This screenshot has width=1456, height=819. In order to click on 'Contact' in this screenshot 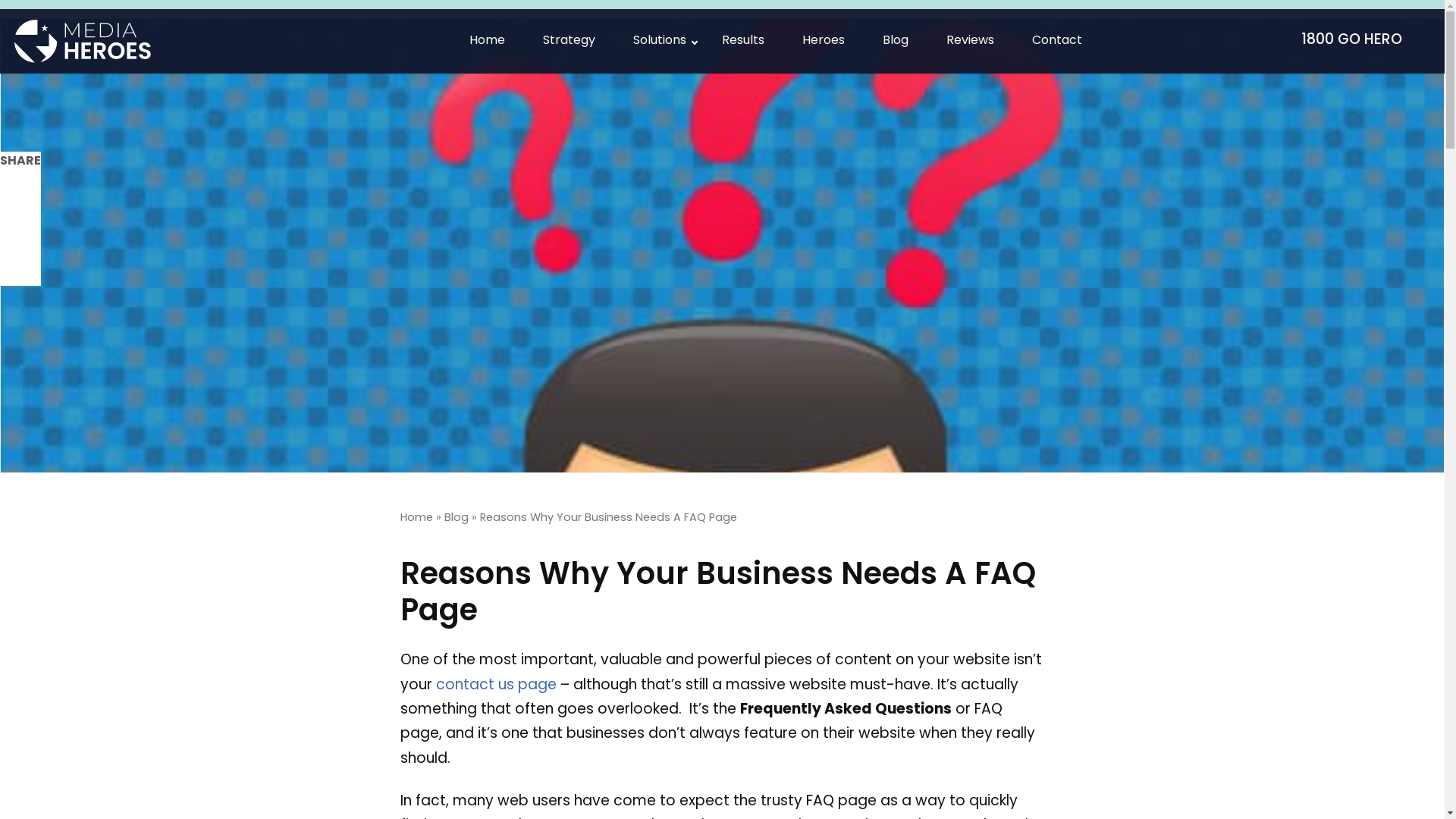, I will do `click(1056, 40)`.